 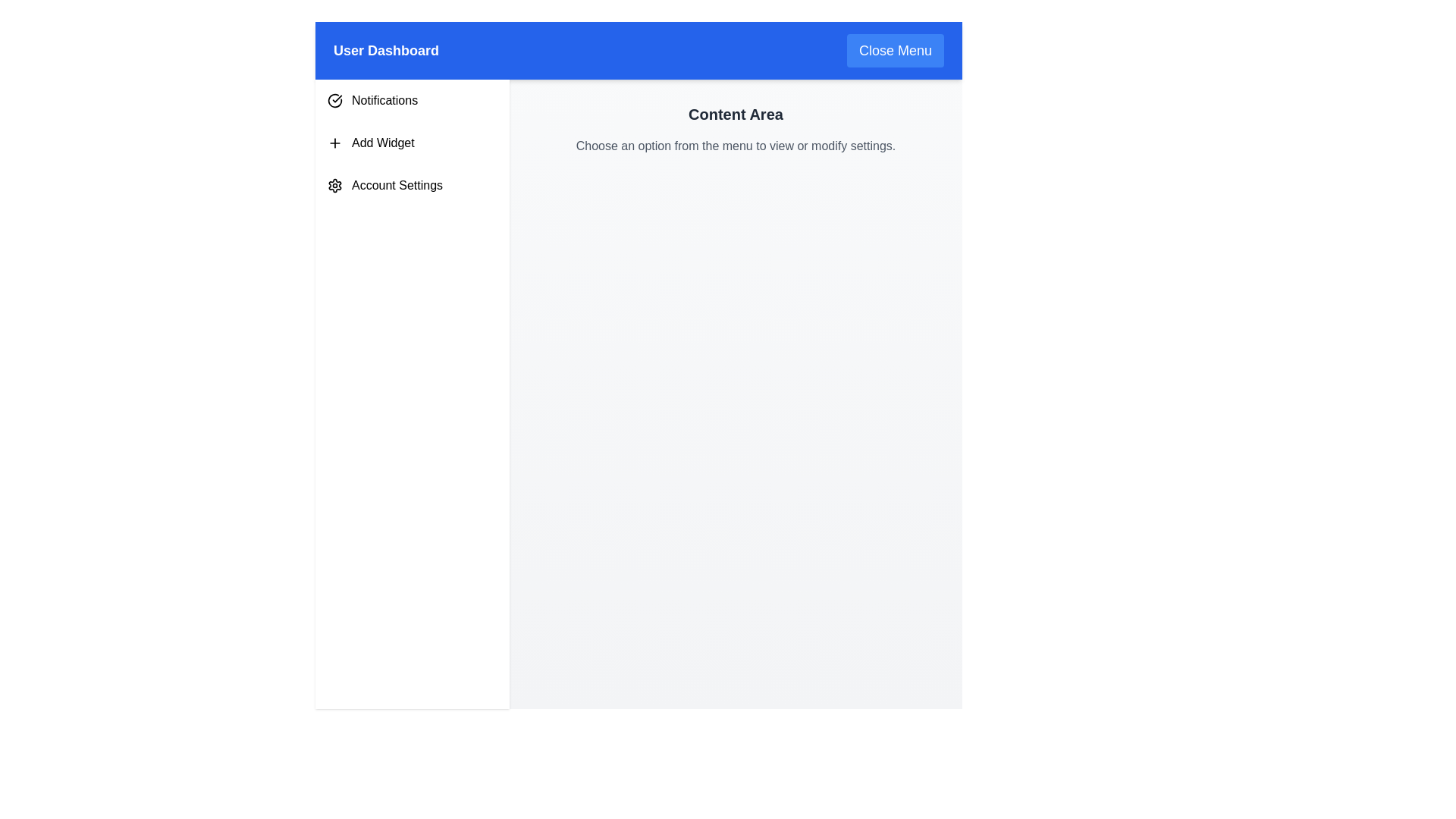 What do you see at coordinates (412, 100) in the screenshot?
I see `the 'Notifications' menu item, which is the first item in the vertical stack of the navigation menu with a white background and a checkmark icon` at bounding box center [412, 100].